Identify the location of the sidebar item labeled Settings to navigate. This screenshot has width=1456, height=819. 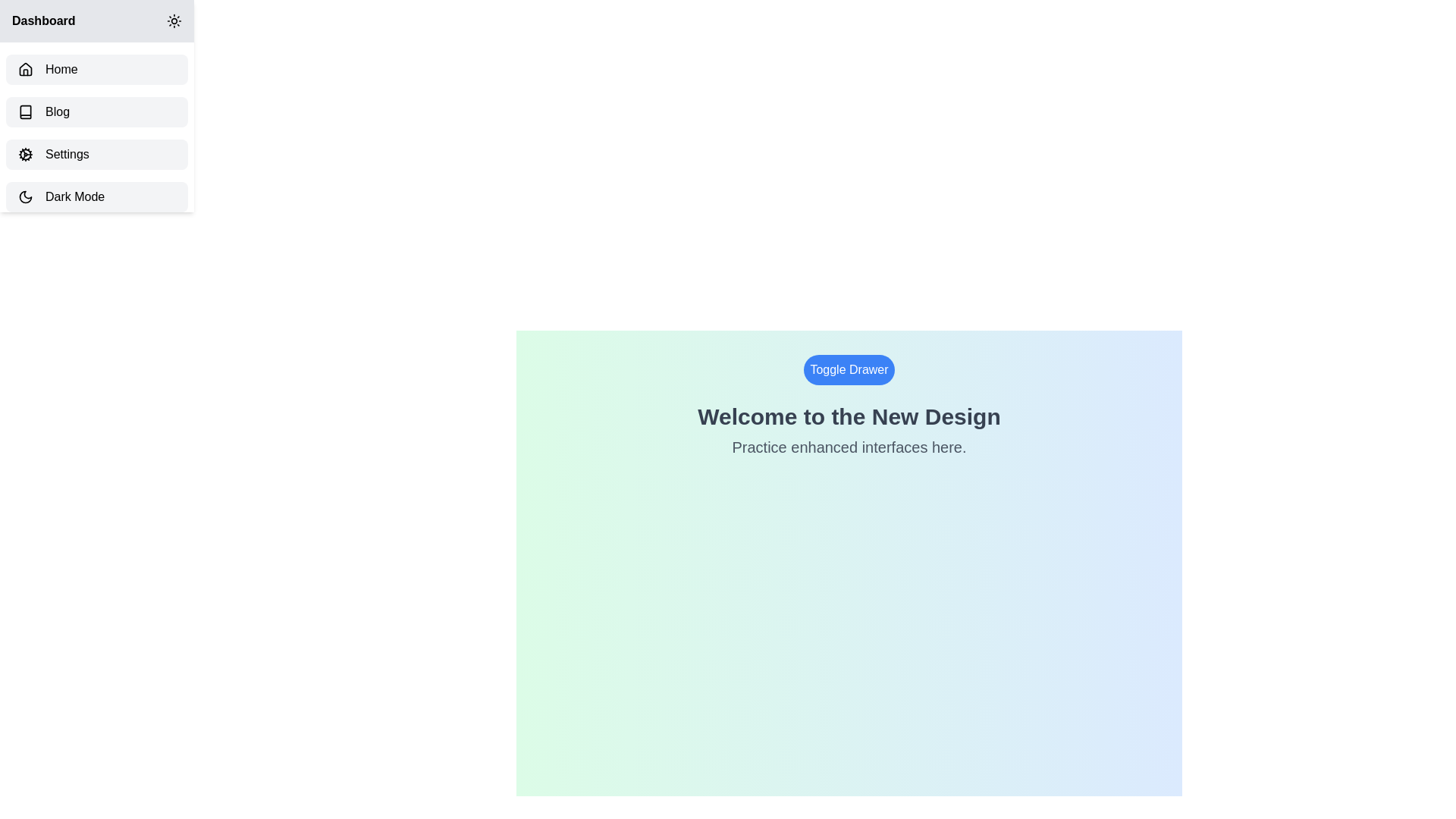
(96, 155).